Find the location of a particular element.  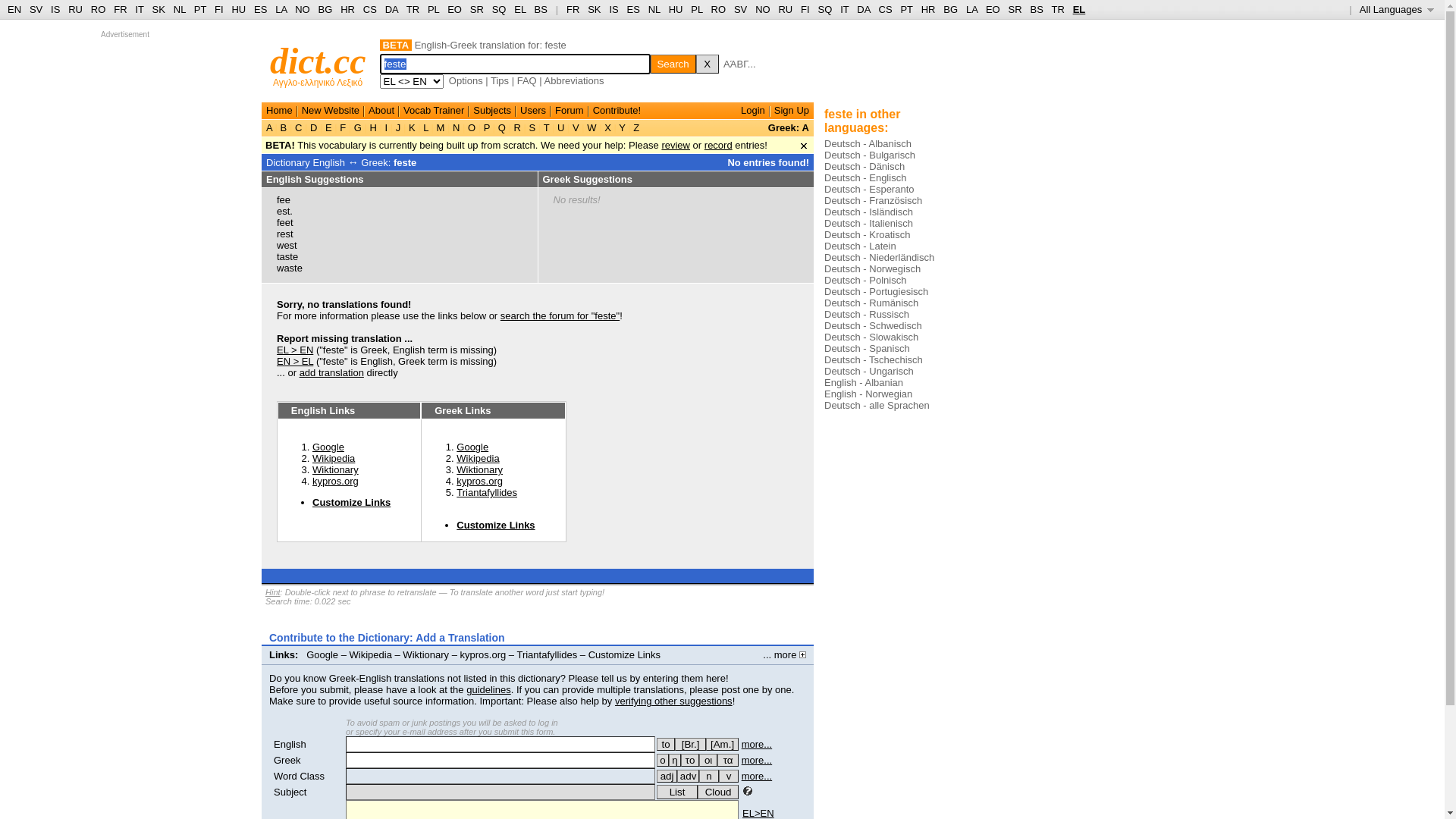

'Deutsch - Schwedisch' is located at coordinates (873, 325).